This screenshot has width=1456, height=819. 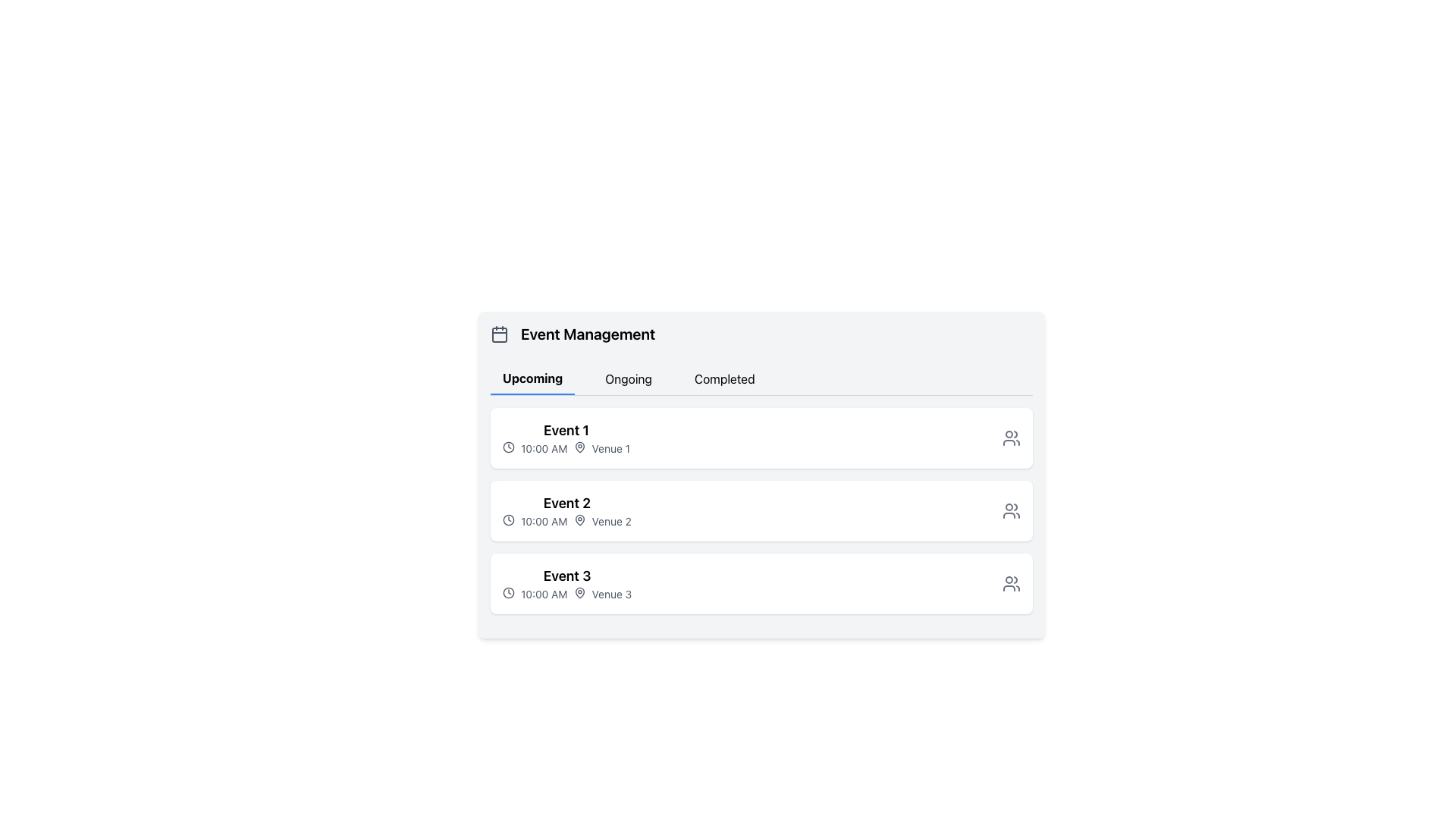 What do you see at coordinates (723, 378) in the screenshot?
I see `the 'Completed' events tab in the navigation bar for keyboard navigation` at bounding box center [723, 378].